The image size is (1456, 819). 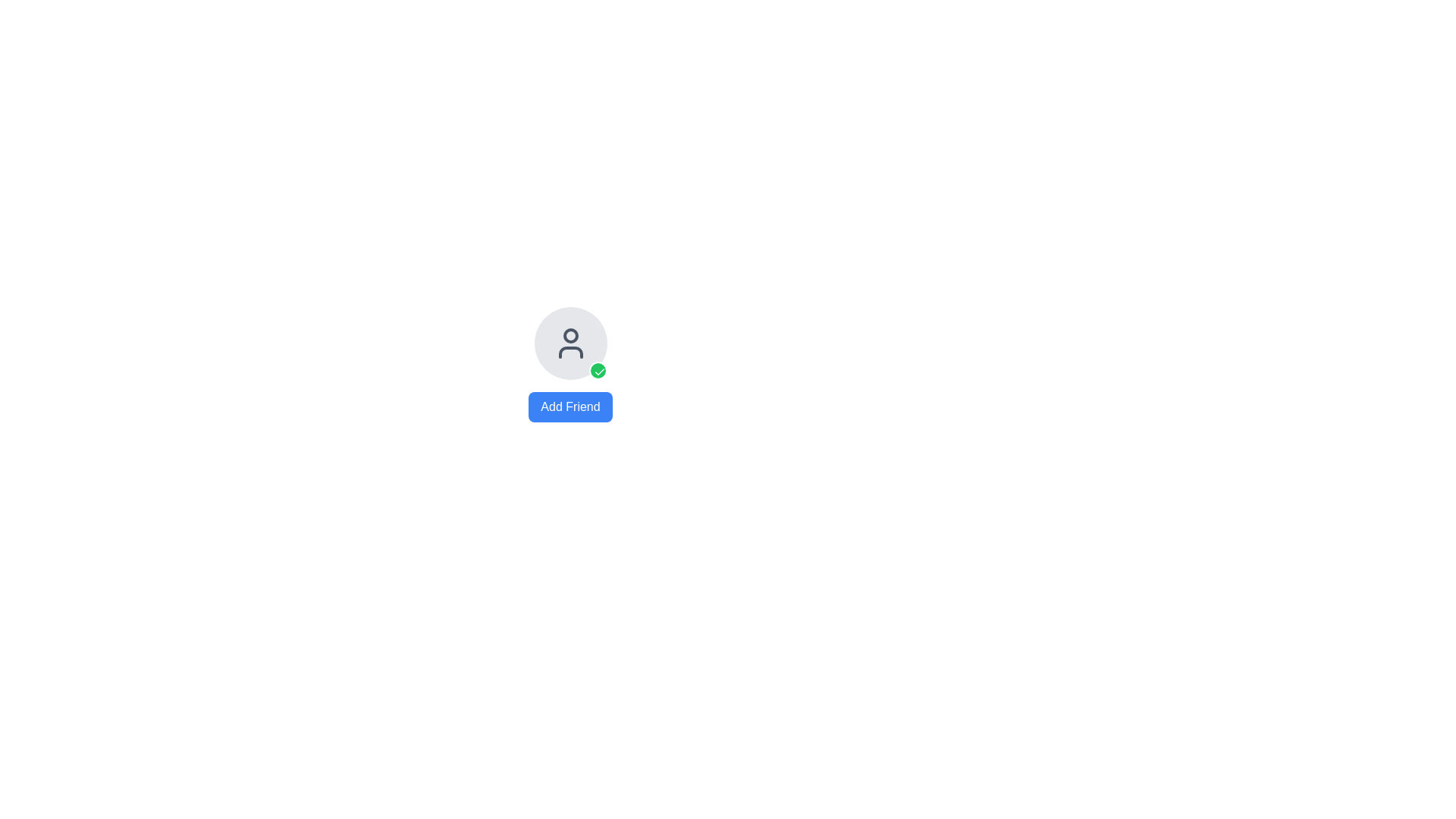 I want to click on the circular decorative icon located at the top-center of the user profile icon, which signifies user status, so click(x=570, y=335).